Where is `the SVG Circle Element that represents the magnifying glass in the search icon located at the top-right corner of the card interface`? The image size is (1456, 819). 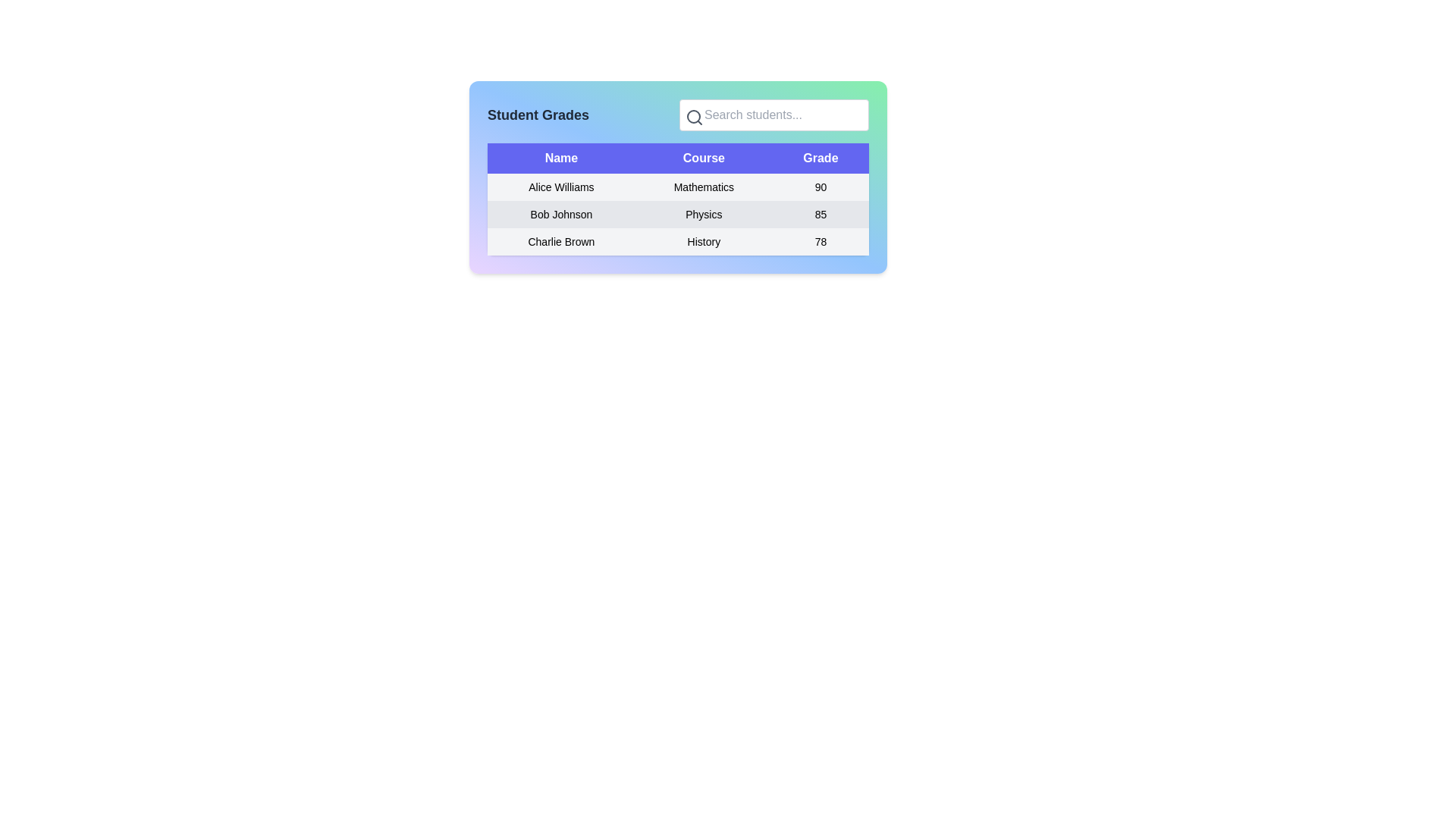 the SVG Circle Element that represents the magnifying glass in the search icon located at the top-right corner of the card interface is located at coordinates (693, 116).